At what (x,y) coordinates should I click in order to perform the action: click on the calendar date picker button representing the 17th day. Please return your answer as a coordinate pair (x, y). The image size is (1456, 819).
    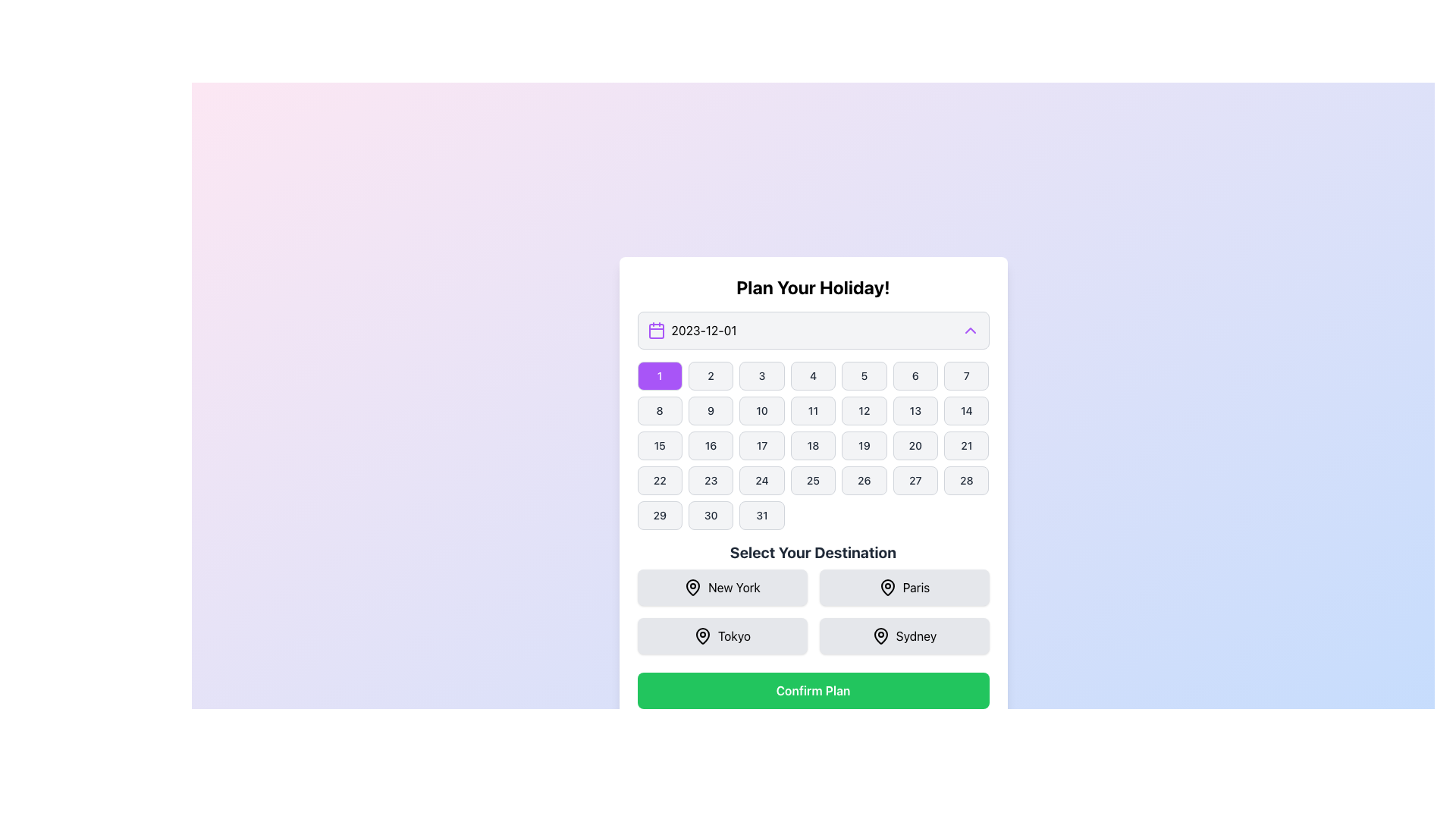
    Looking at the image, I should click on (762, 444).